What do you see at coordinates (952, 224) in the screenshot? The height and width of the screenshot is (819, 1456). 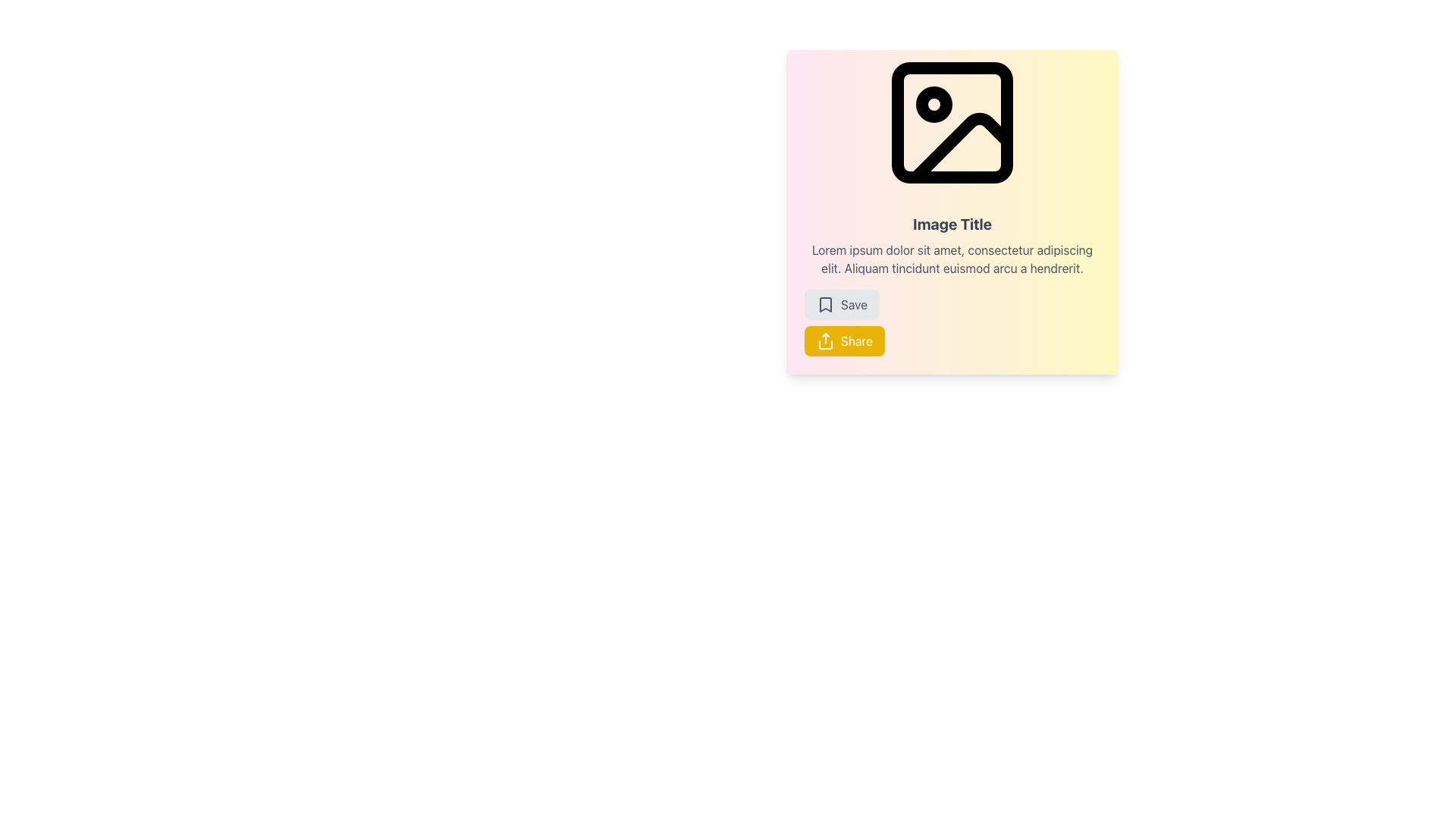 I see `the text label that displays 'Image Title', which is a bold light gray text located directly below an image icon` at bounding box center [952, 224].